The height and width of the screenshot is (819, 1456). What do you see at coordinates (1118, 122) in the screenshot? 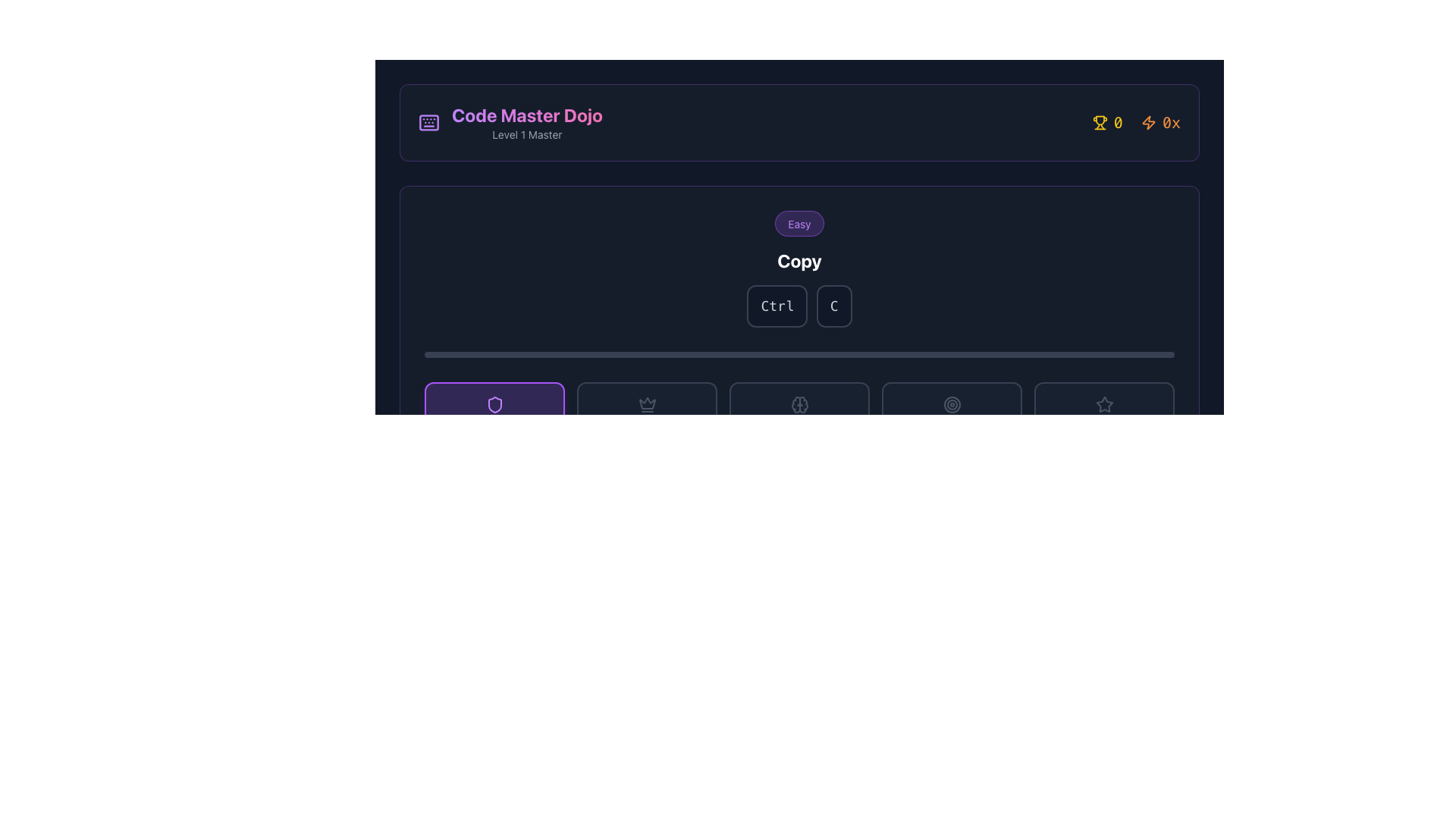
I see `the static text element displaying the large yellow number '0' in the top-right section of the interface, which is part of a status or score tracker` at bounding box center [1118, 122].